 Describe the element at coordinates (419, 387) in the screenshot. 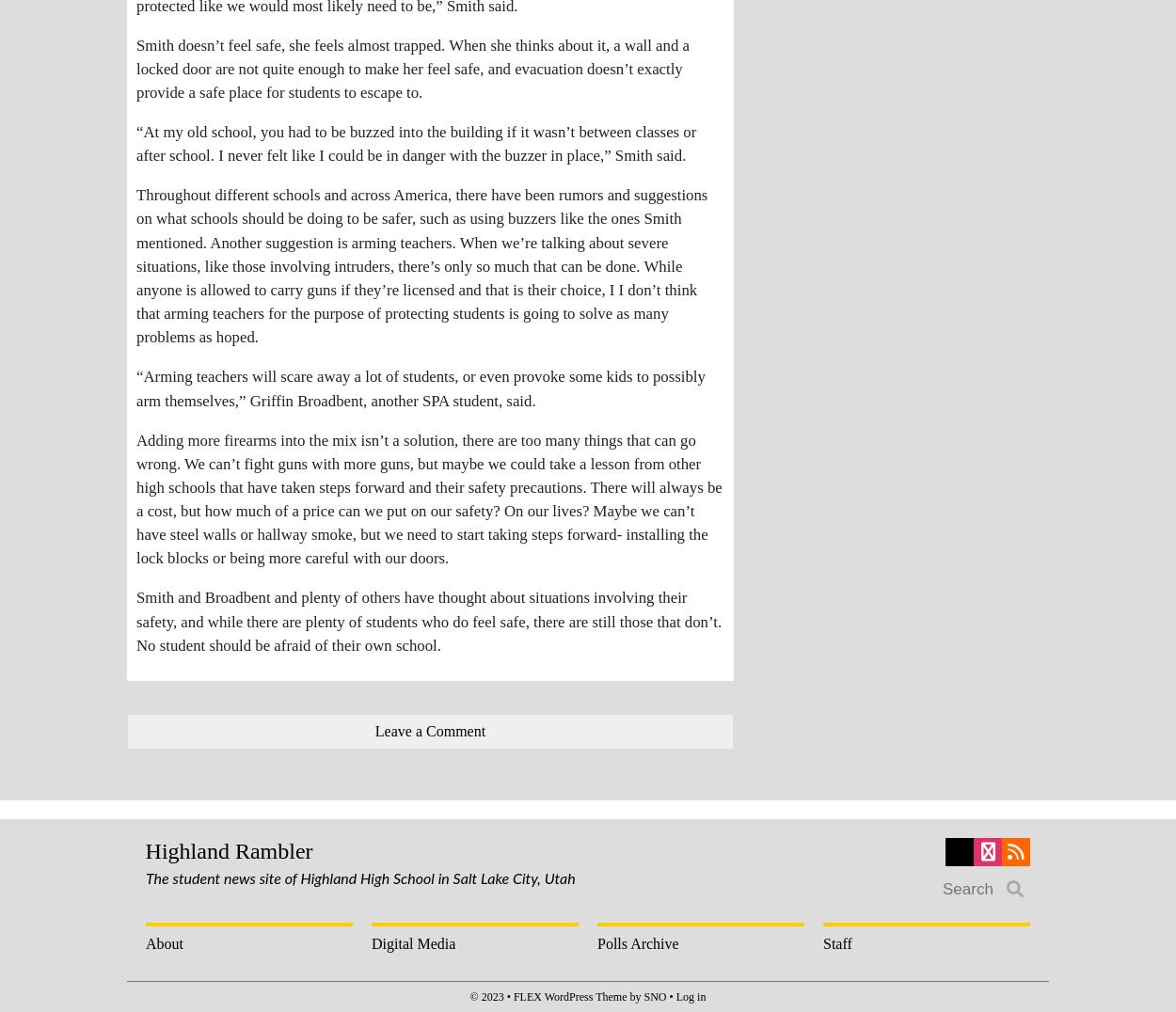

I see `'“Arming teachers will scare away a lot of students, or even provoke some kids to possibly arm themselves,” Griffin Broadbent, another SPA student, said.'` at that location.